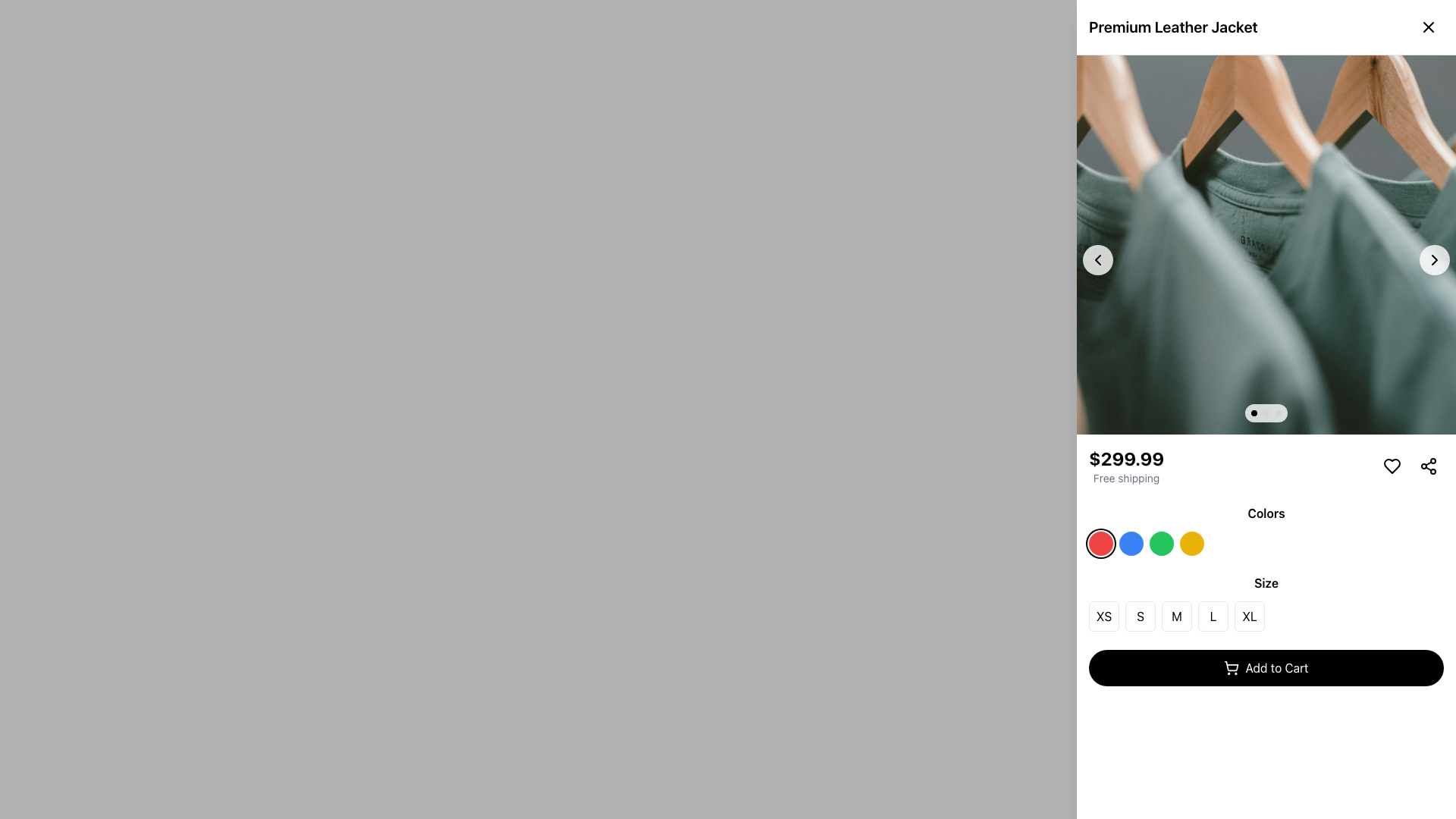  What do you see at coordinates (1266, 601) in the screenshot?
I see `the size options in the Interactive size selection section` at bounding box center [1266, 601].